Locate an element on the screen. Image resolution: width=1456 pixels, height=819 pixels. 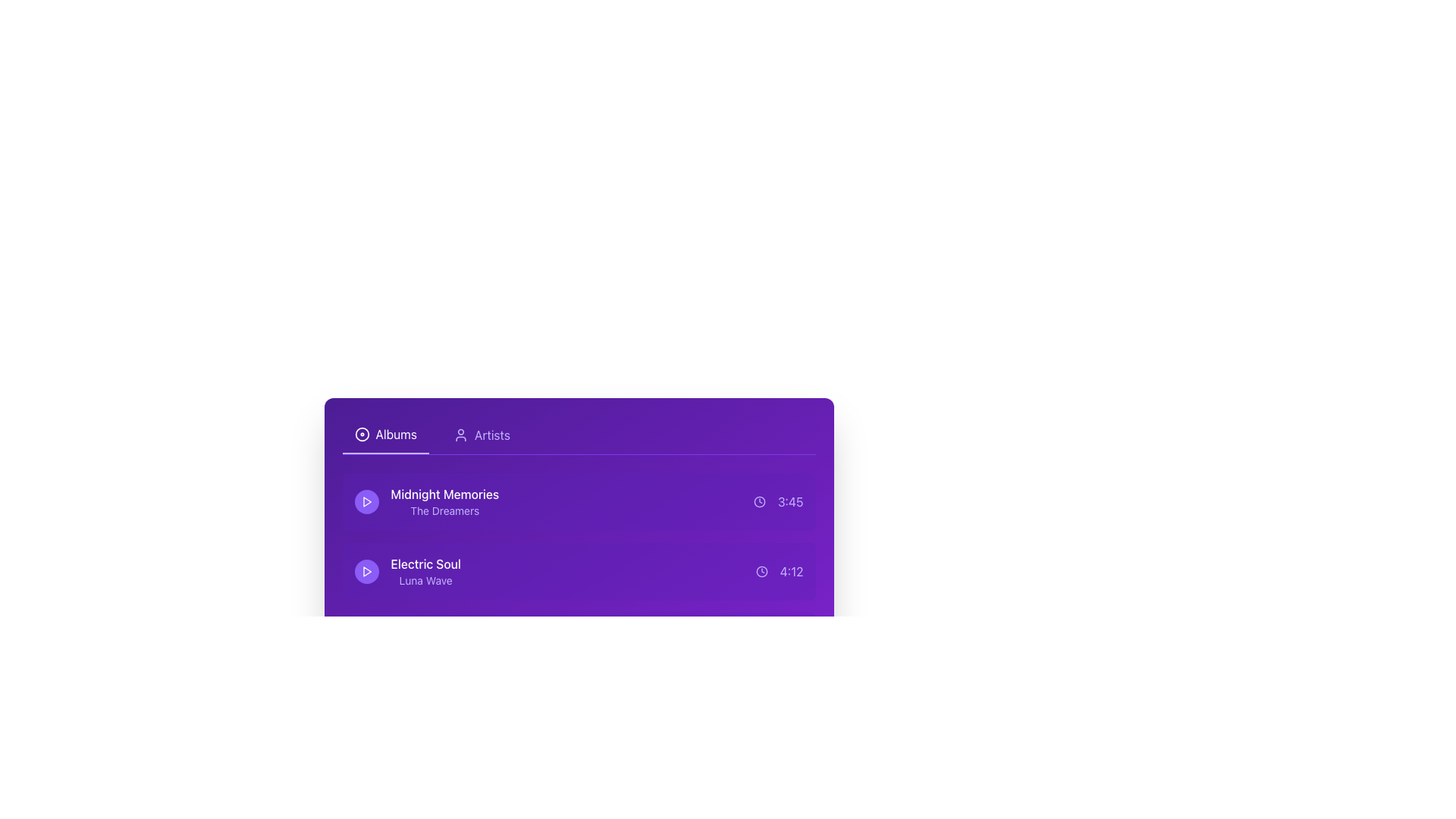
the Duration display element showing '3:45' styled in text-violet-300 color, positioned adjacent to a clock icon at the far right of the track row is located at coordinates (778, 502).